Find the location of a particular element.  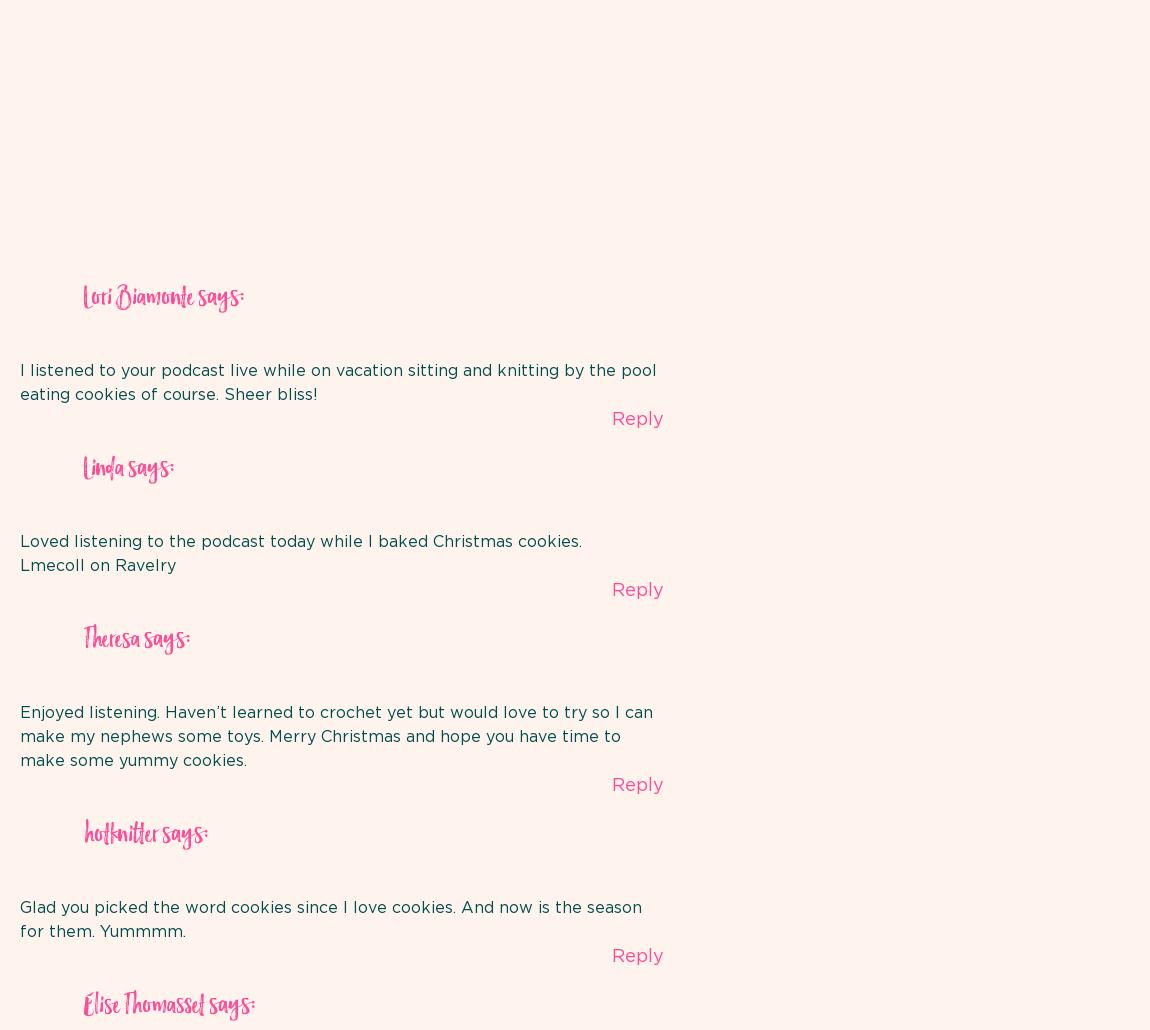

'hotknitter' is located at coordinates (82, 833).